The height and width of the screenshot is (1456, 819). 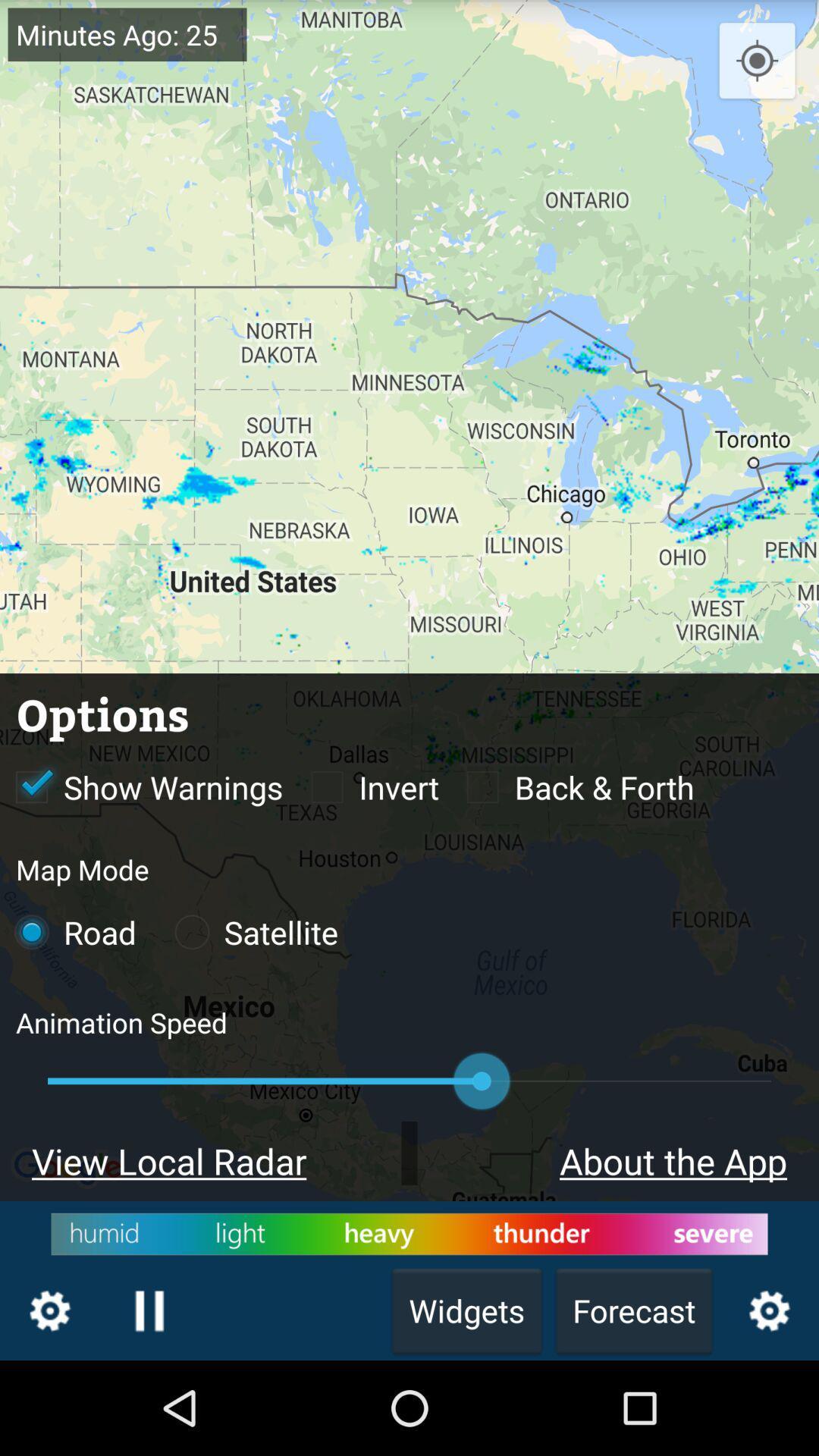 What do you see at coordinates (757, 65) in the screenshot?
I see `the location_crosshair icon` at bounding box center [757, 65].